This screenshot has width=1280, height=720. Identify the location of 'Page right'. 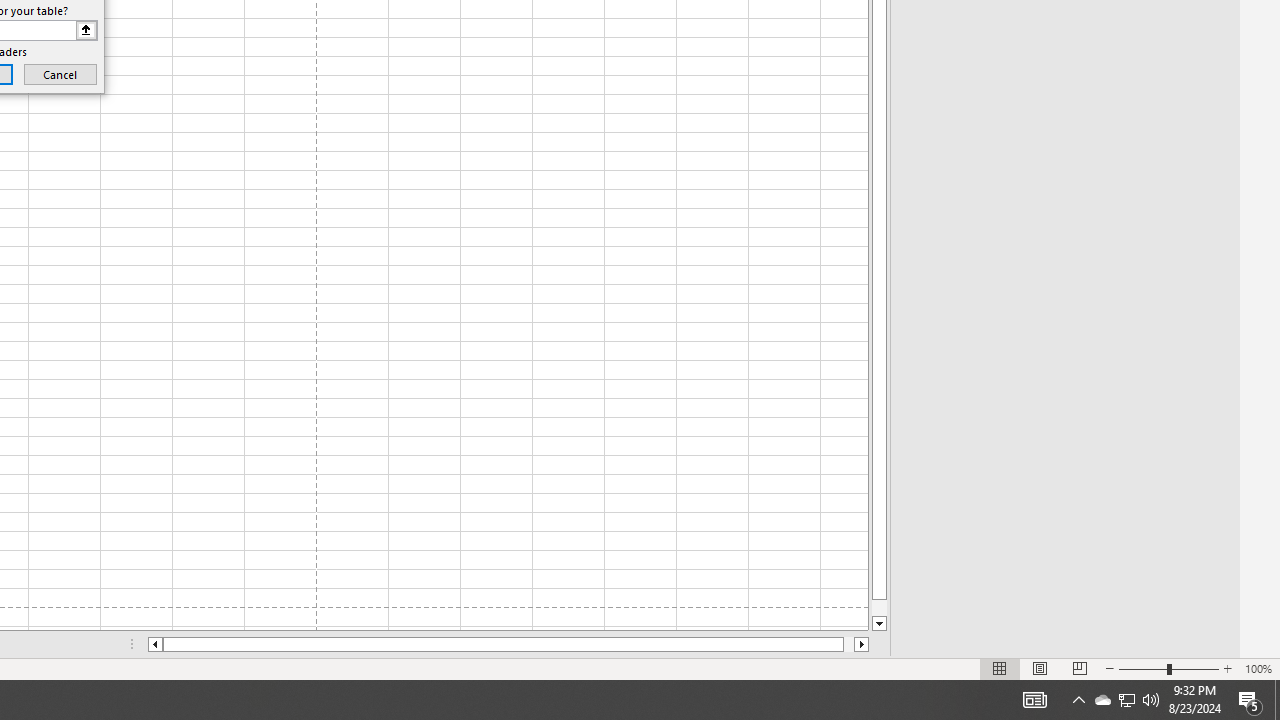
(848, 644).